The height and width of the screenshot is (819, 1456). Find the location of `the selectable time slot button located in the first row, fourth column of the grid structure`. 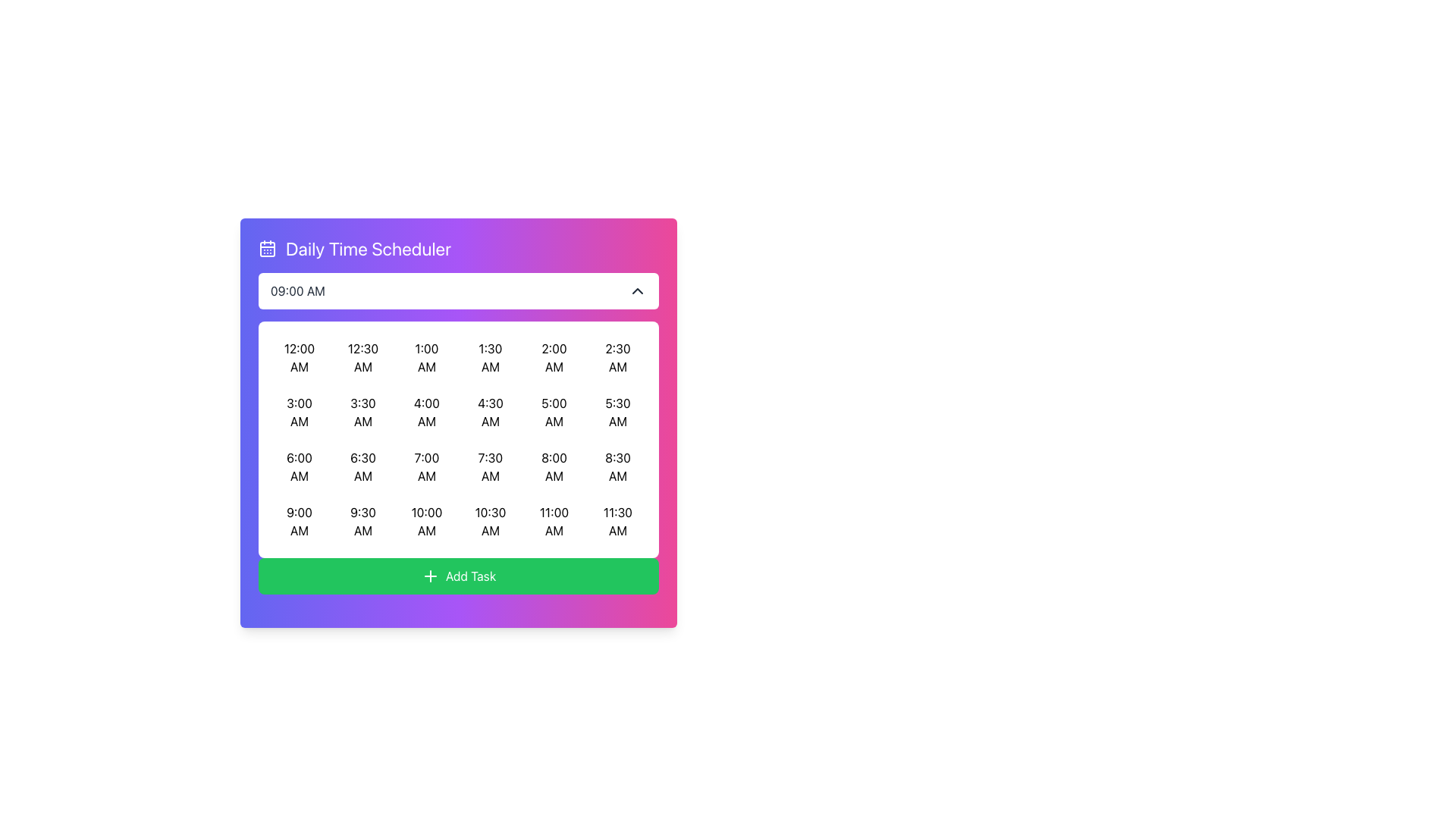

the selectable time slot button located in the first row, fourth column of the grid structure is located at coordinates (491, 357).